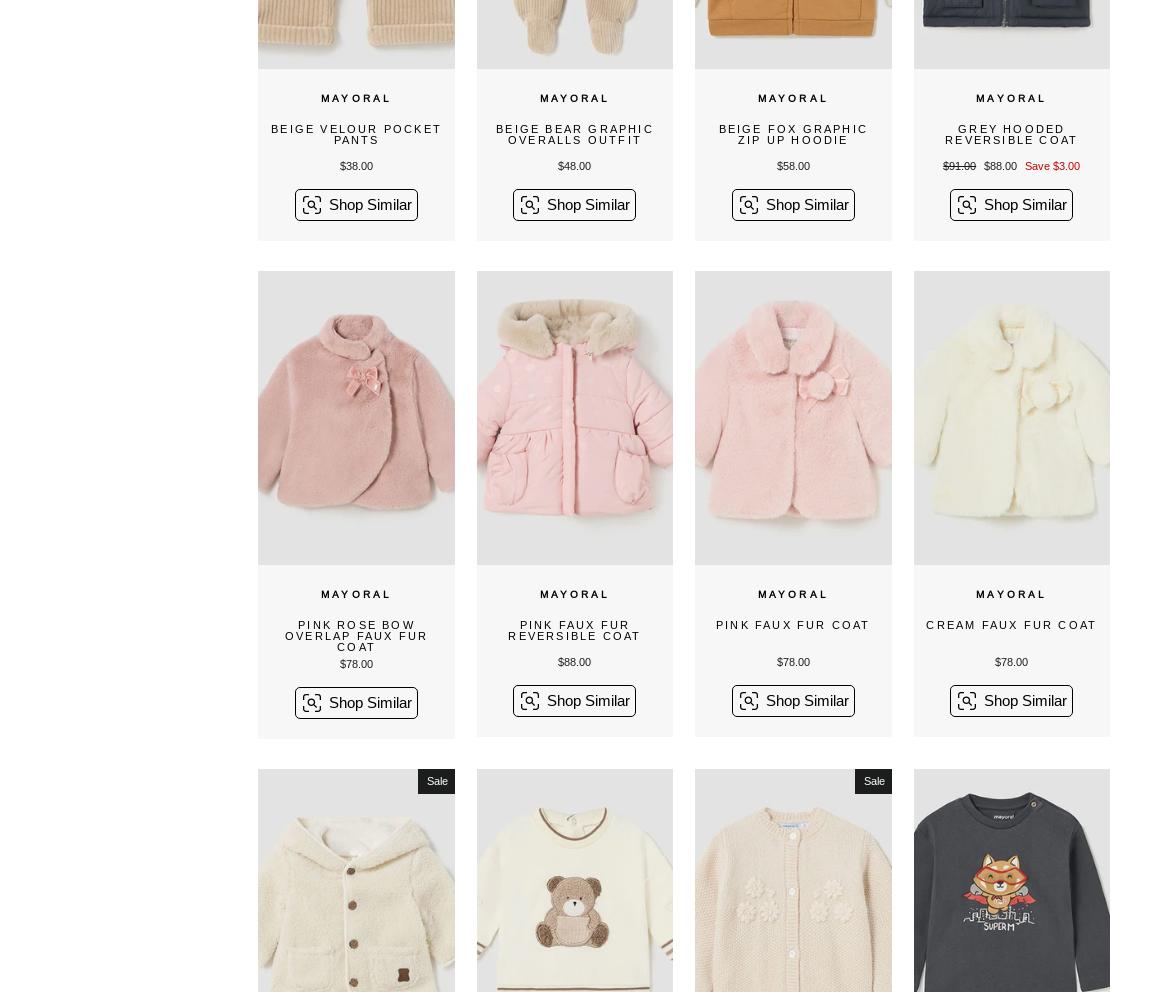  I want to click on '$48.00', so click(574, 164).